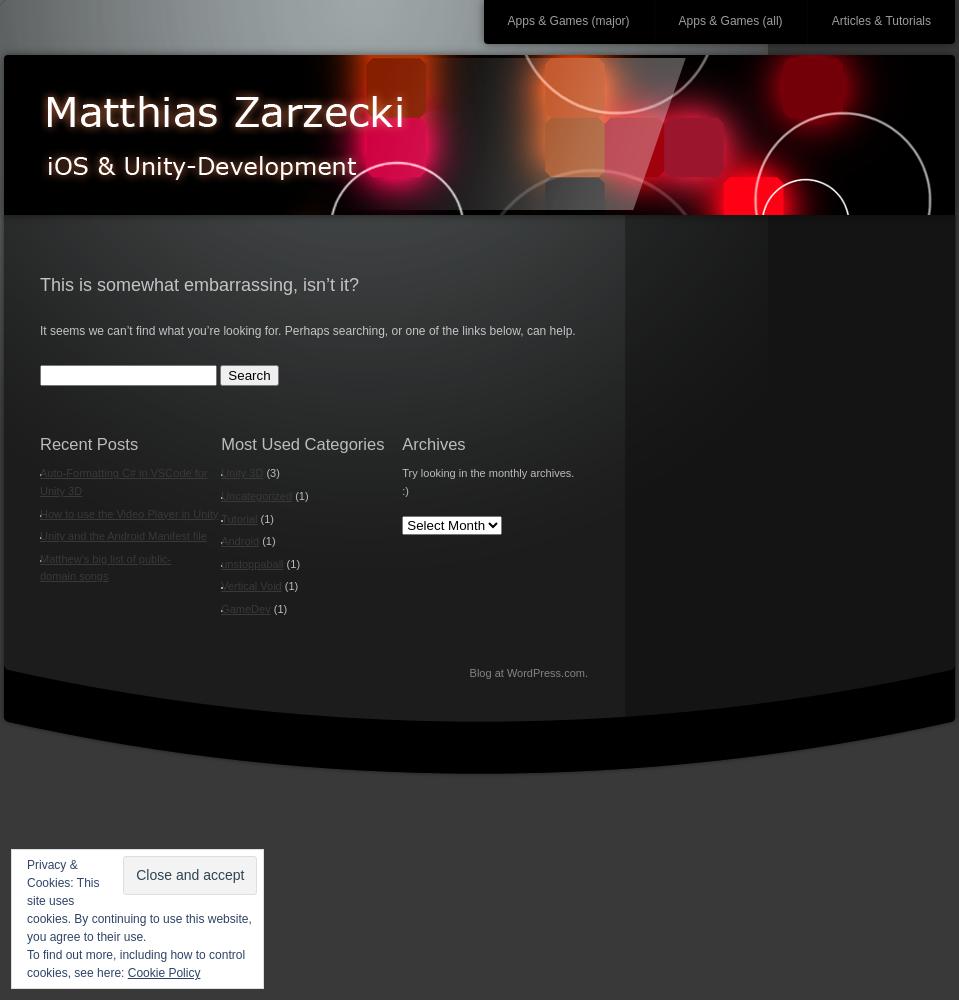 The width and height of the screenshot is (959, 1000). Describe the element at coordinates (528, 672) in the screenshot. I see `'Blog at WordPress.com.'` at that location.